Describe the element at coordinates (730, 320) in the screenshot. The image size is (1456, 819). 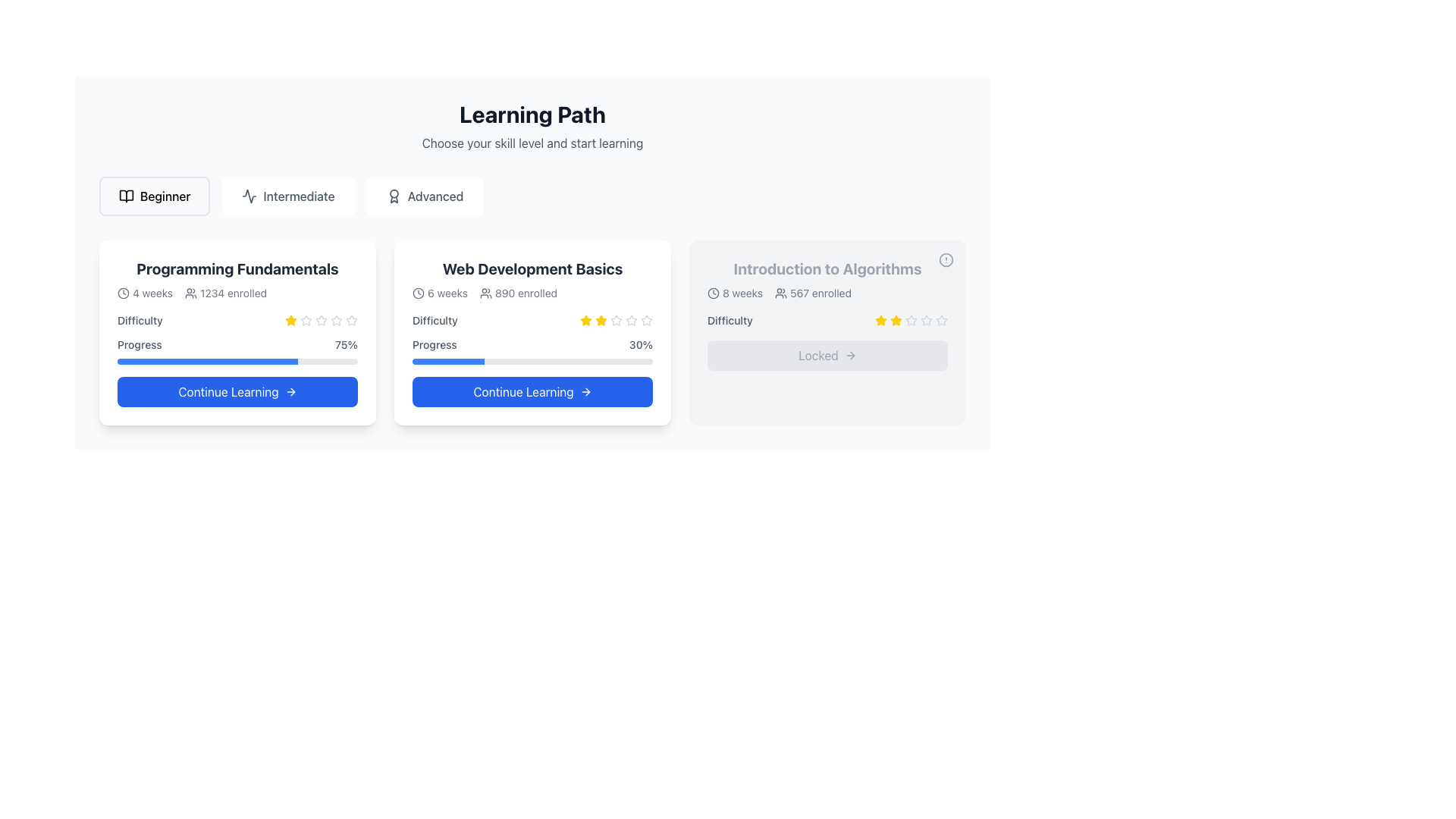
I see `the Static Text Label displaying 'Difficulty', which is located in the rightmost card of the course modules list, under the 'Introduction to Algorithms' course title` at that location.